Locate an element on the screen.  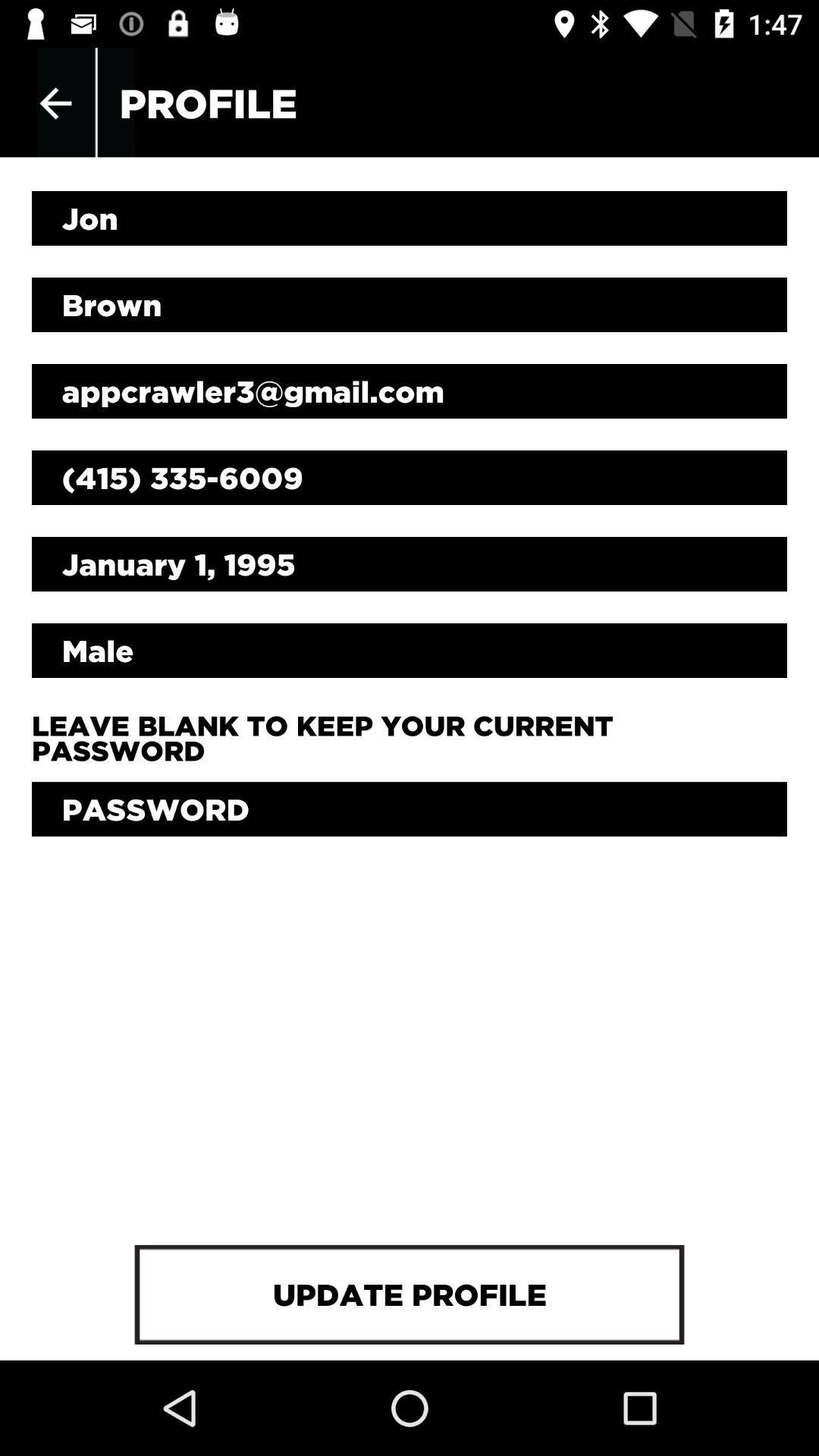
the item above january 1, 1995 item is located at coordinates (409, 476).